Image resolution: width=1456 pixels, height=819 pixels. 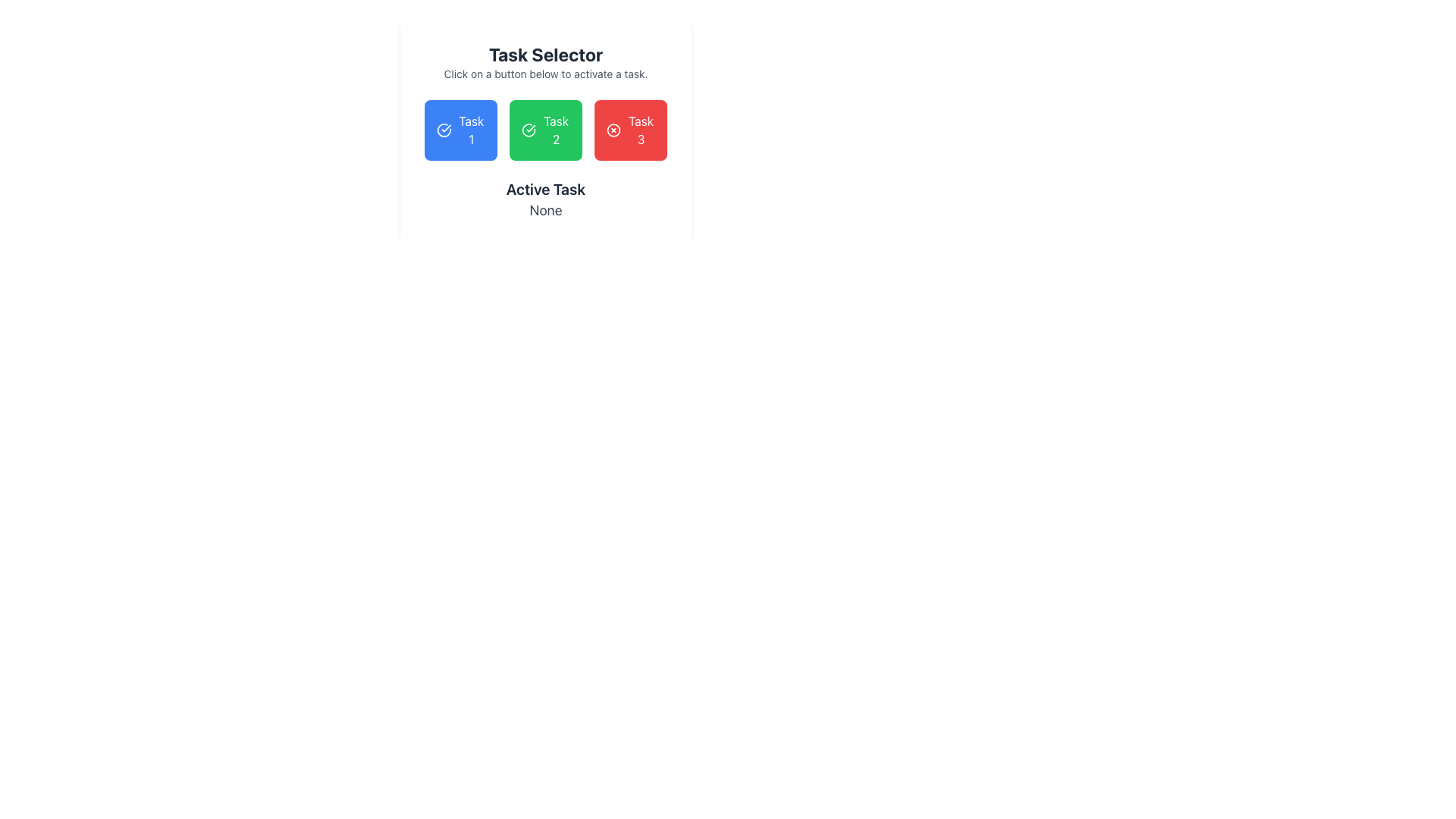 I want to click on the success indicator icon located within the 'Task 1' button, which is the first button in a horizontal row of three buttons, positioned below the 'Task Selector' heading and above the 'Active Task: None' text, so click(x=443, y=130).